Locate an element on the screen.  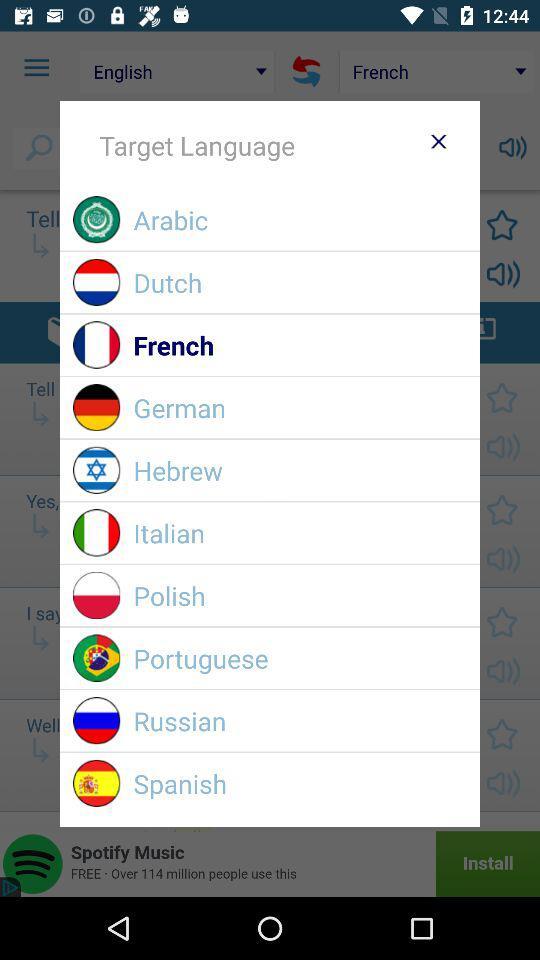
item above the russian is located at coordinates (299, 657).